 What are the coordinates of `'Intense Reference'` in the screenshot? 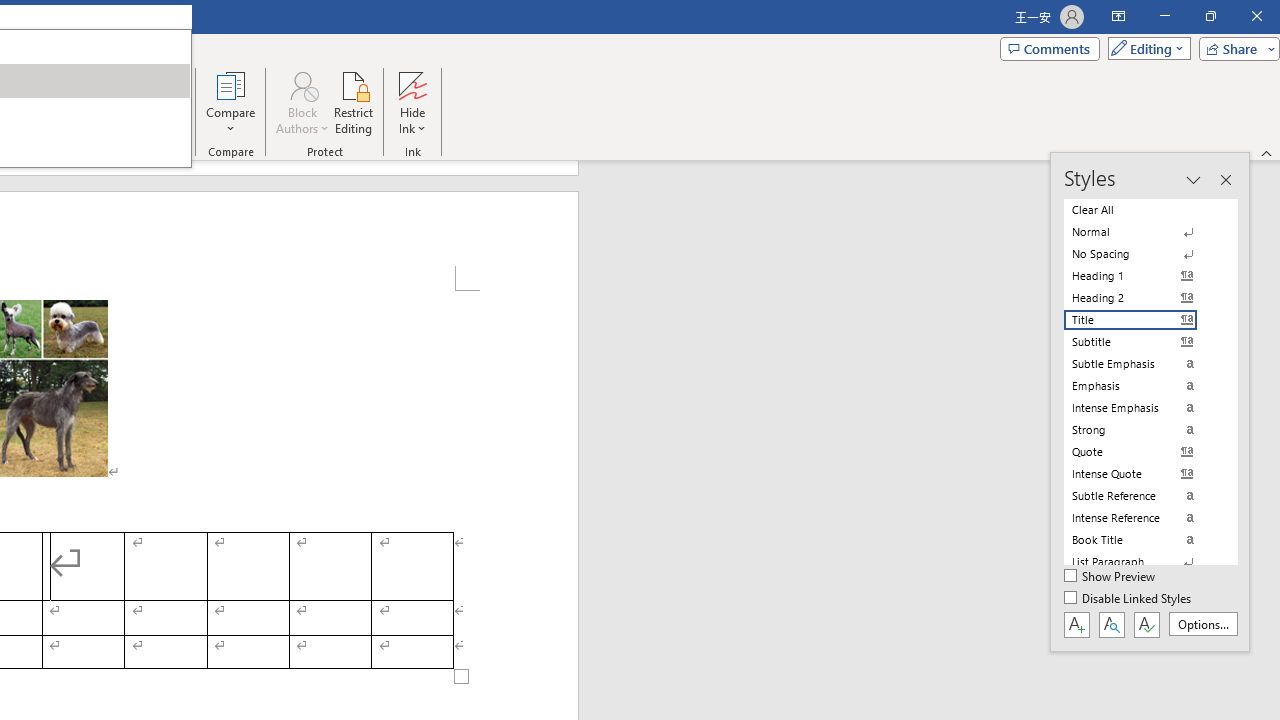 It's located at (1142, 517).